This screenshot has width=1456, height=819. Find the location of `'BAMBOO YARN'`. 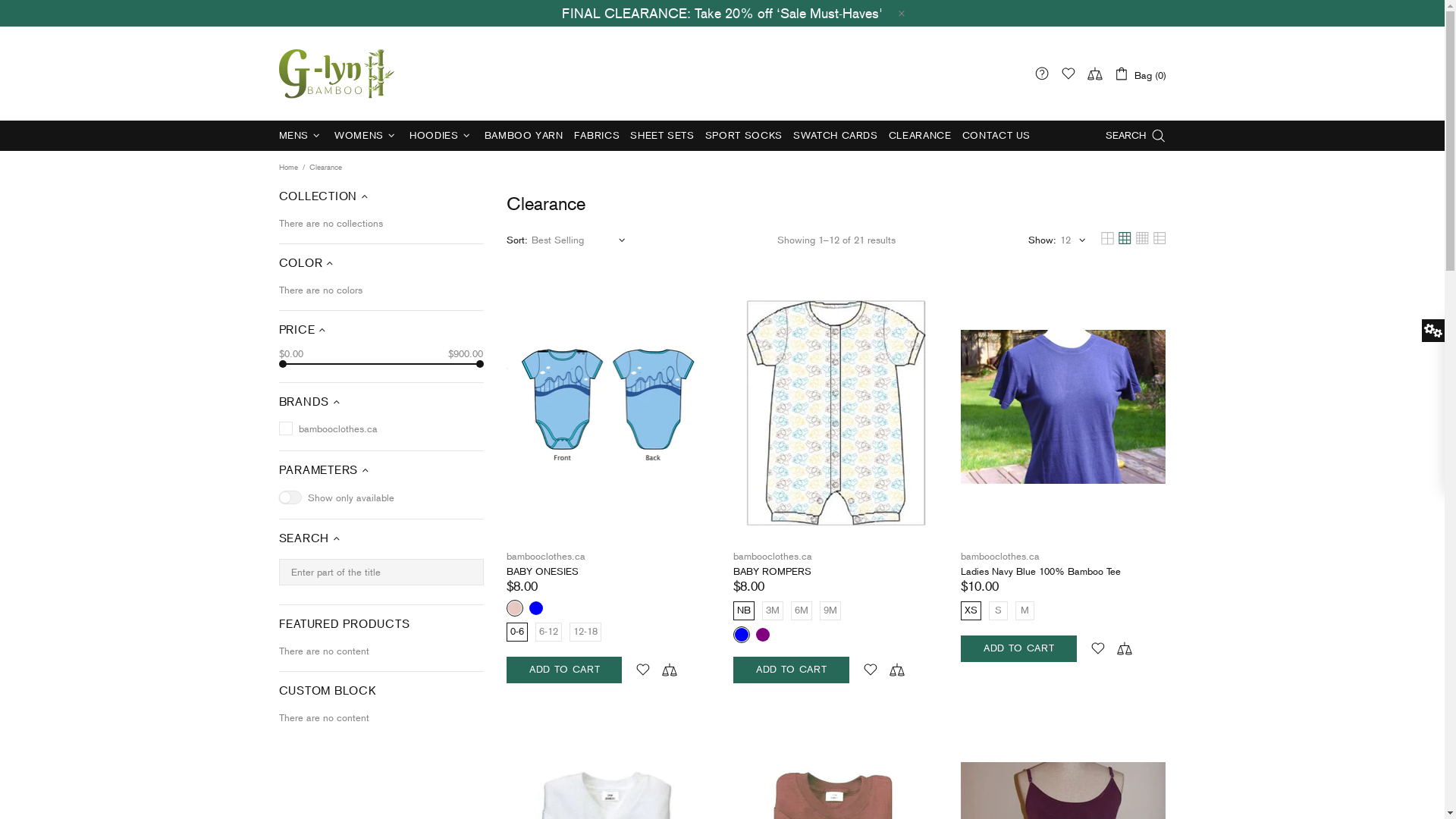

'BAMBOO YARN' is located at coordinates (524, 134).